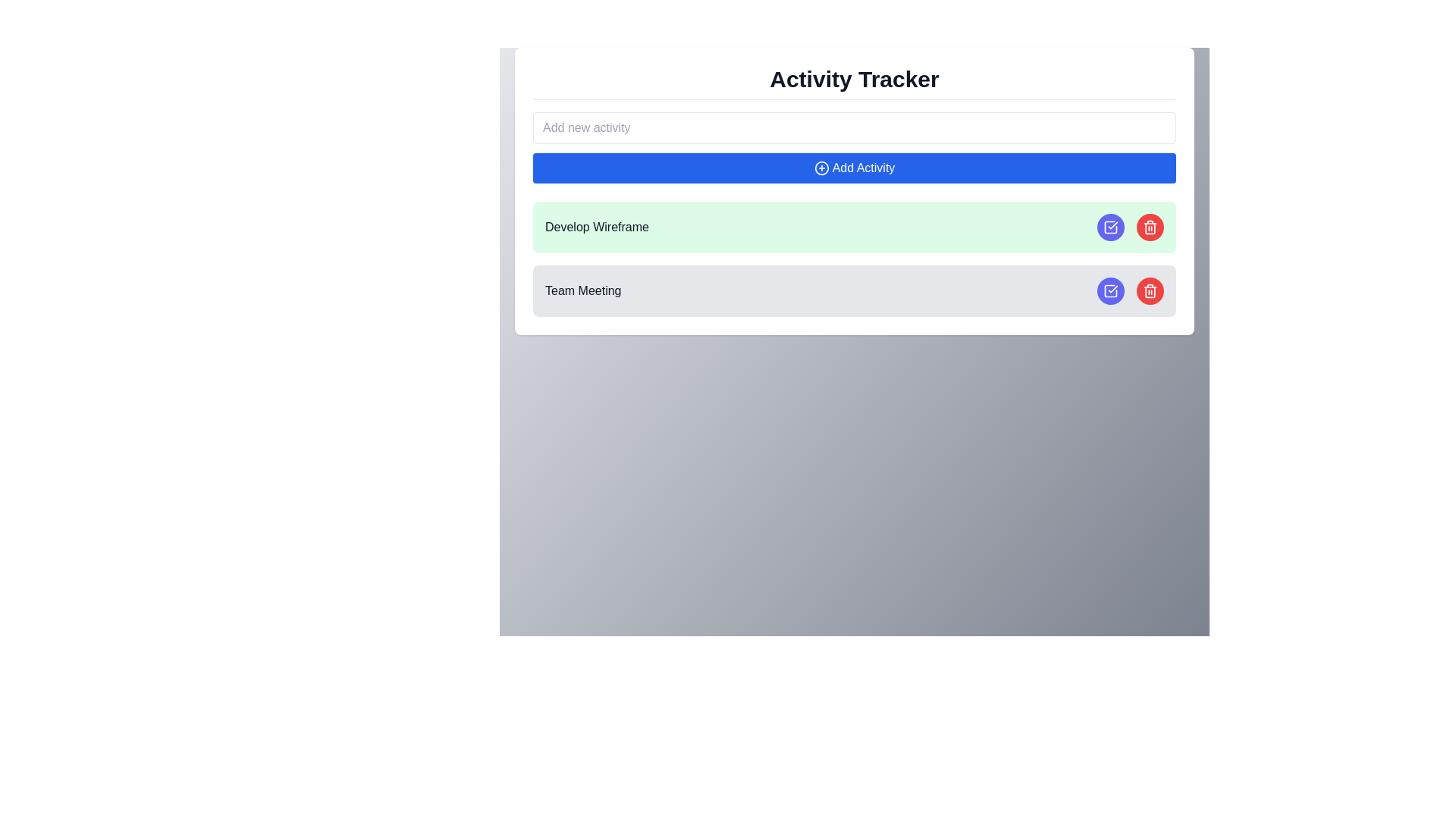  I want to click on the delete button, which is the second button in the horizontal row of action buttons to the right of the 'Develop Wireframe' activity row, so click(1150, 227).